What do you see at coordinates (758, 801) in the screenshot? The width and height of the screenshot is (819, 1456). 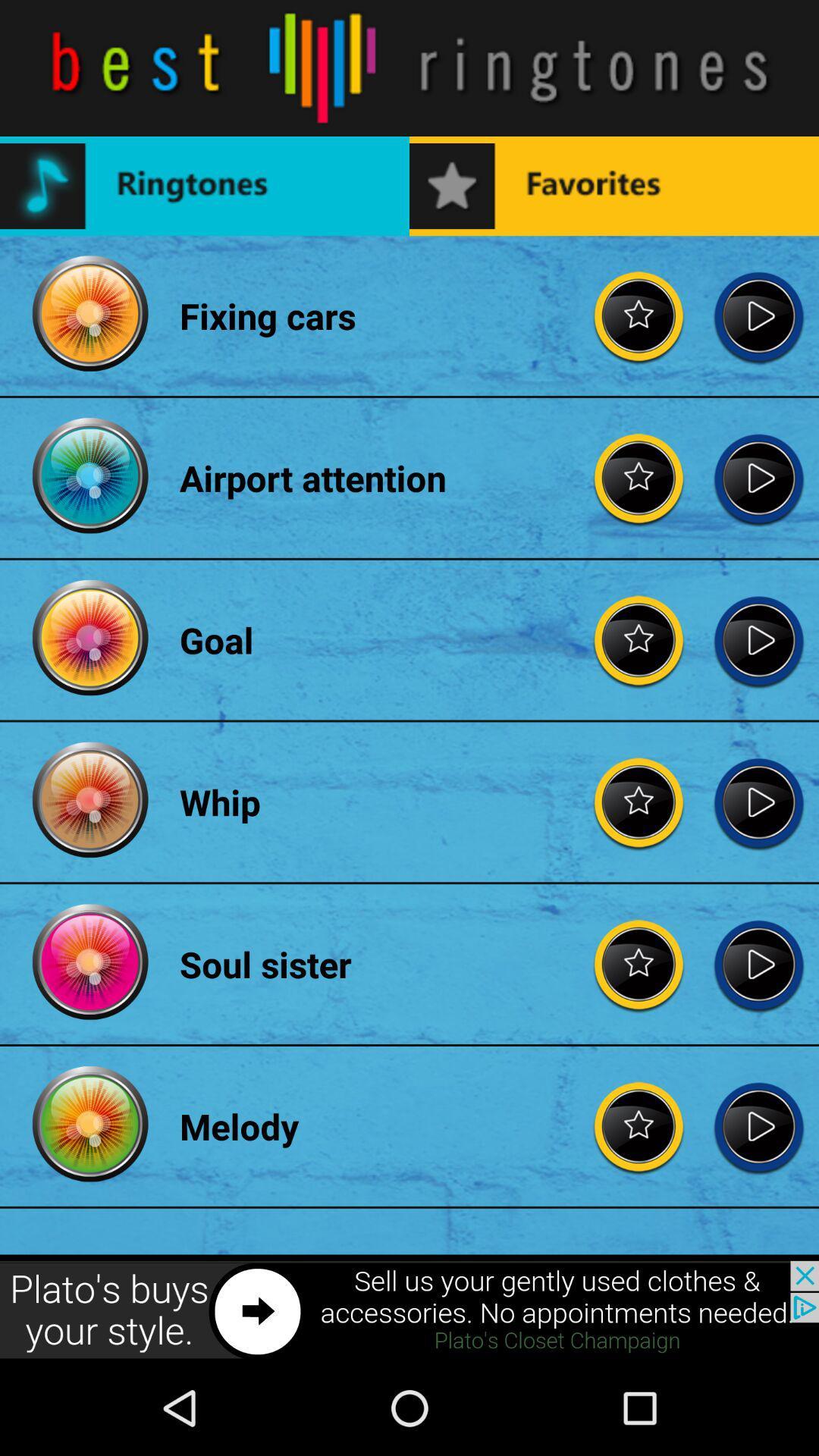 I see `play` at bounding box center [758, 801].